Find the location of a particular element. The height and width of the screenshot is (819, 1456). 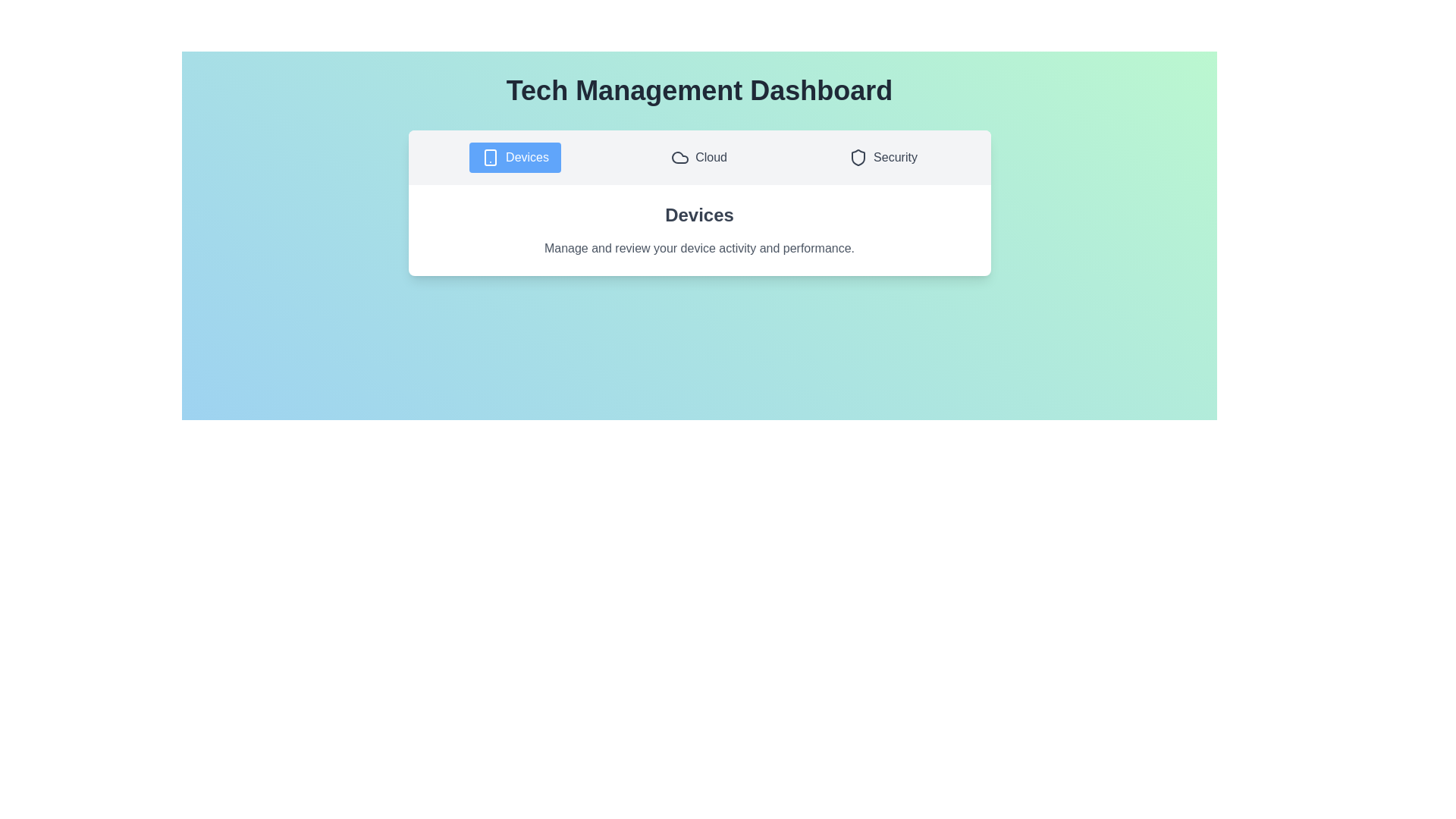

the Devices tab by clicking on it is located at coordinates (515, 158).